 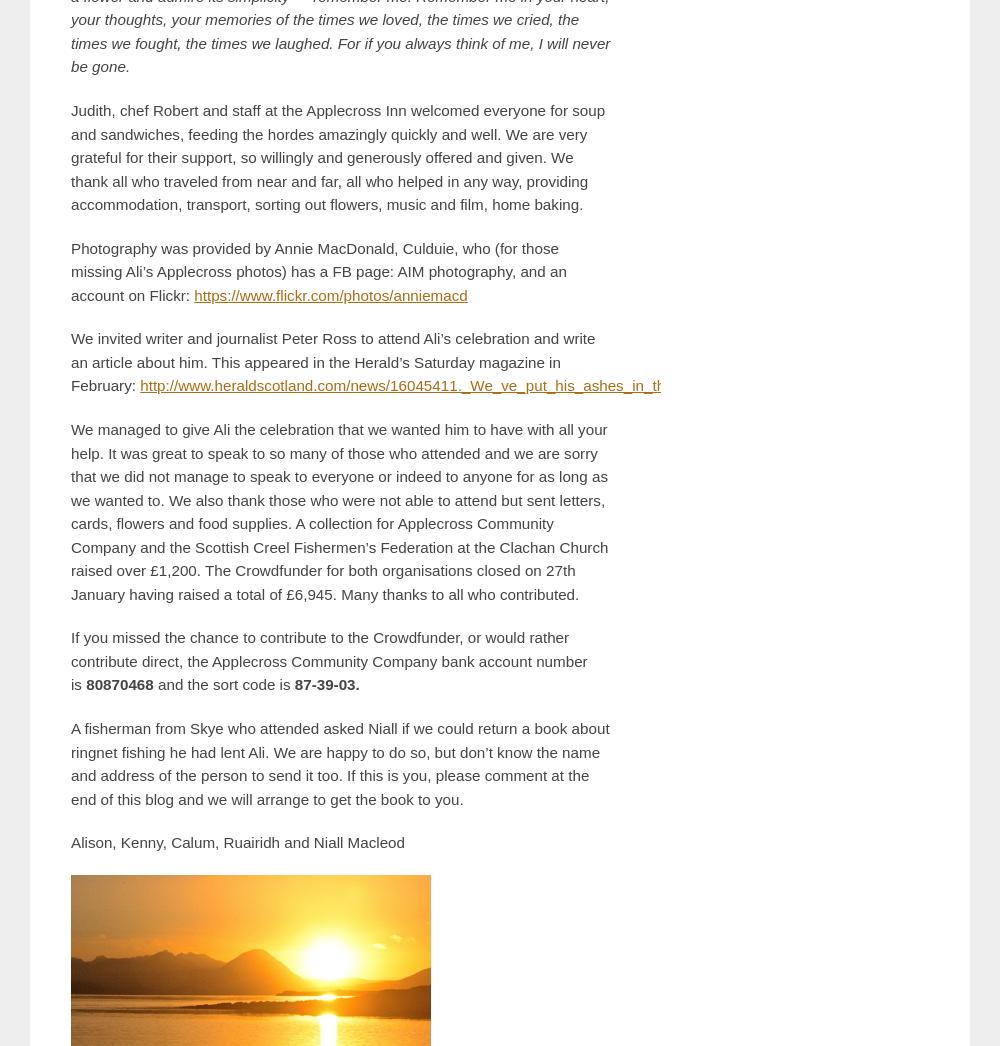 What do you see at coordinates (328, 659) in the screenshot?
I see `'If you missed the chance to contribute to the Crowdfunder, or would rather contribute direct, the Applecross Community Company bank account number is'` at bounding box center [328, 659].